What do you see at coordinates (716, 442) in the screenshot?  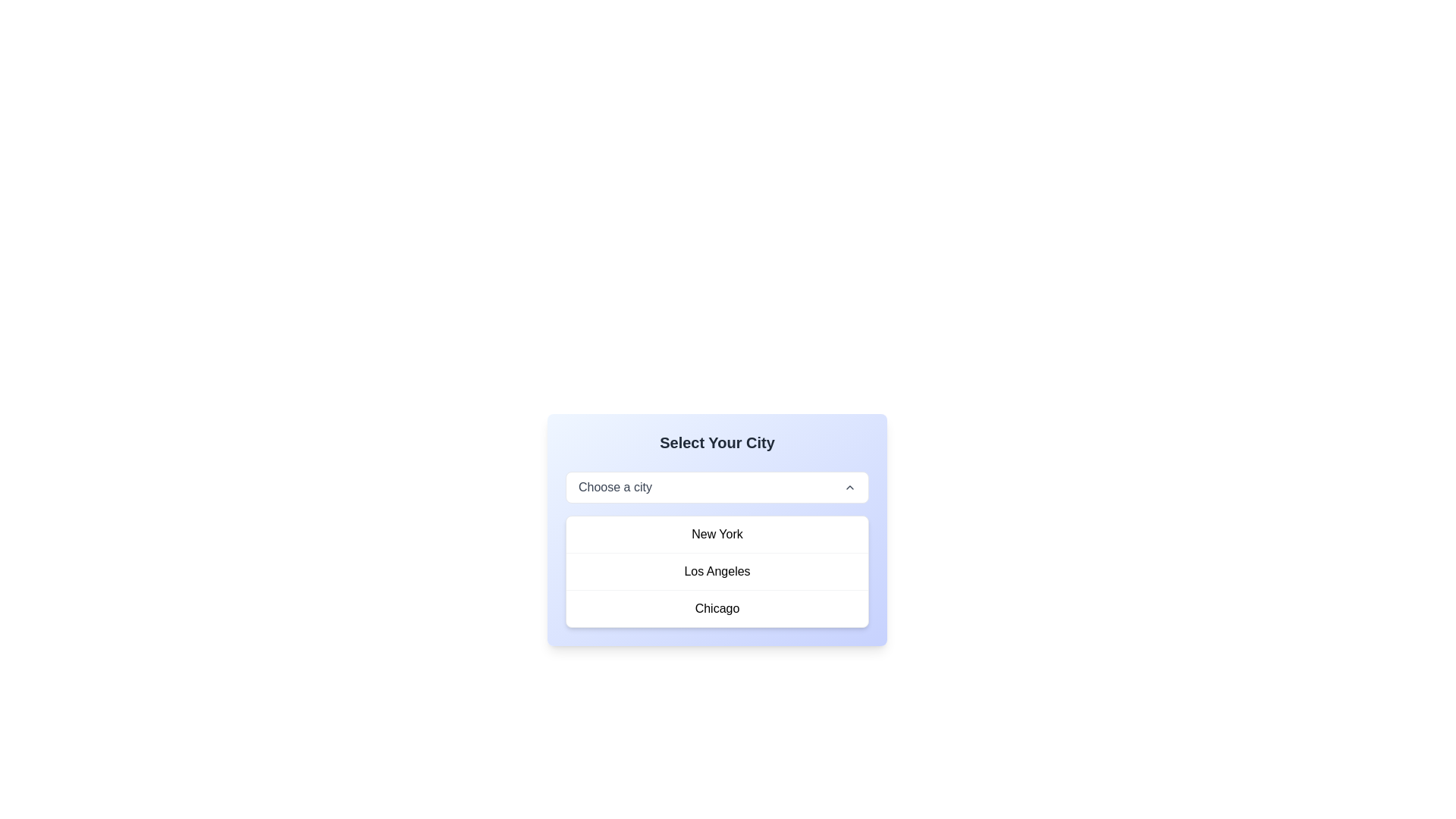 I see `text from the Text Label that introduces the content for selecting a city, which is positioned above the 'Choose a city' dropdown` at bounding box center [716, 442].